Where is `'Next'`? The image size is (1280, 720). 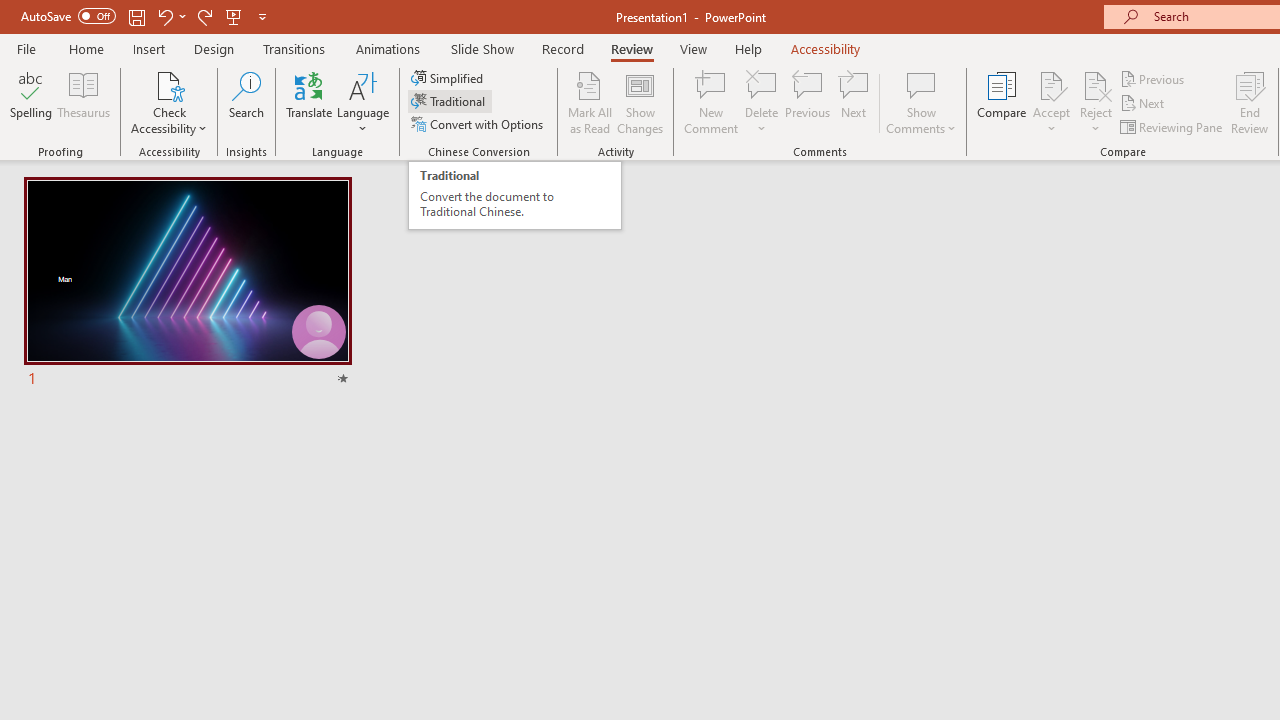 'Next' is located at coordinates (1144, 103).